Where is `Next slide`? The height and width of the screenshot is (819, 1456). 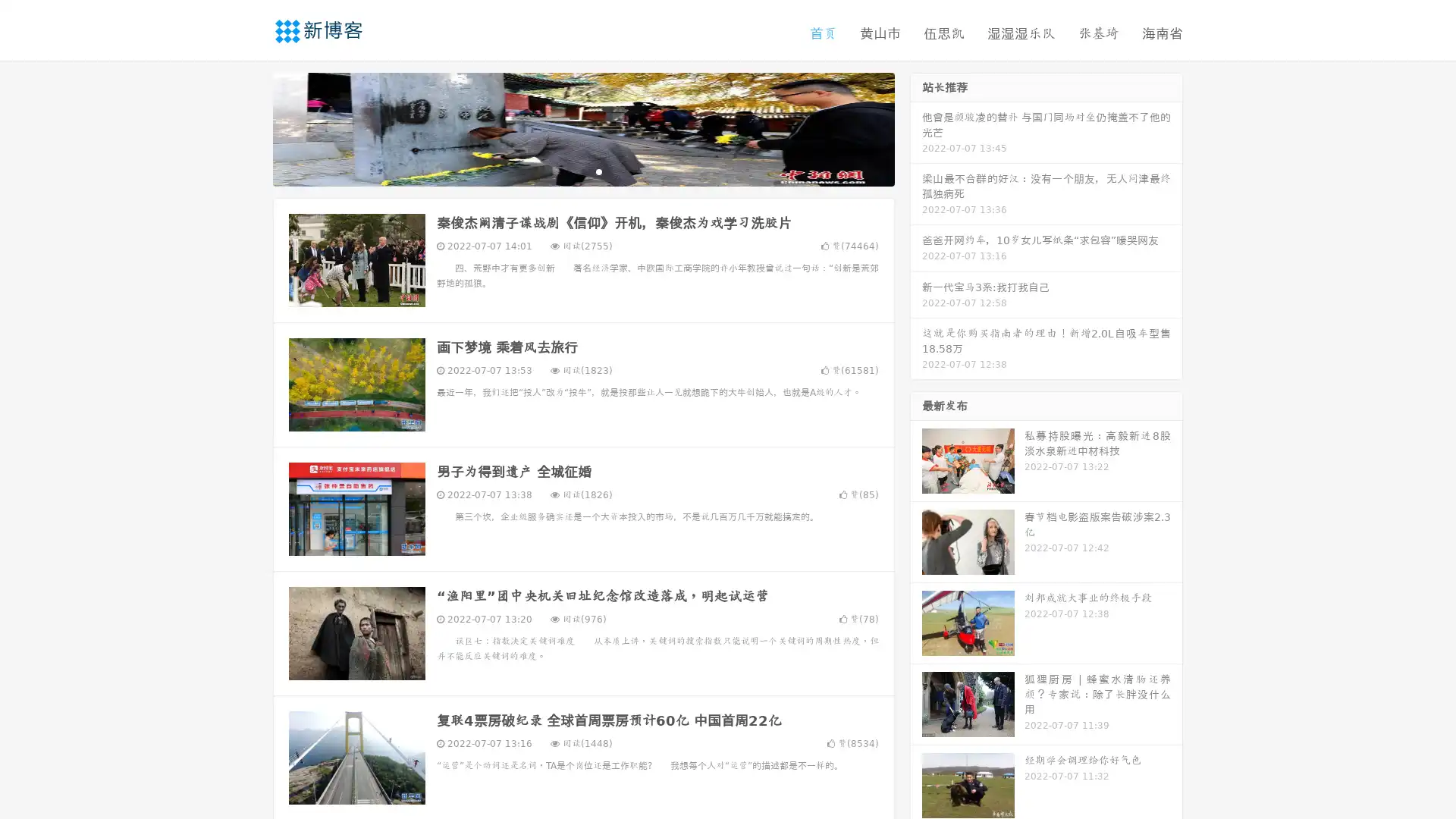
Next slide is located at coordinates (916, 127).